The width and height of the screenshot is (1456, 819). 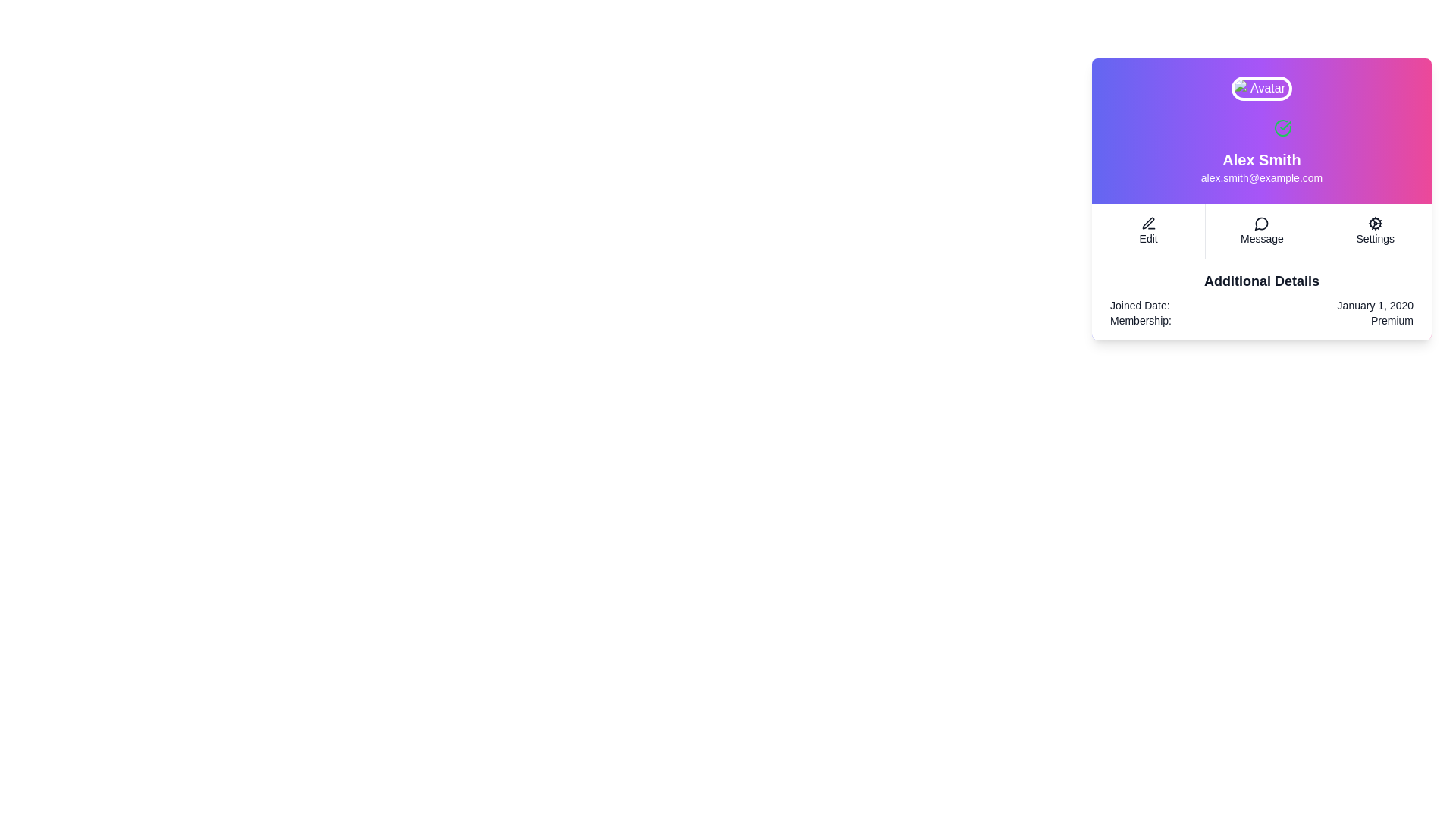 I want to click on the 'Edit' IconButton located at the leftmost position of the middle row on the card layout, so click(x=1148, y=223).